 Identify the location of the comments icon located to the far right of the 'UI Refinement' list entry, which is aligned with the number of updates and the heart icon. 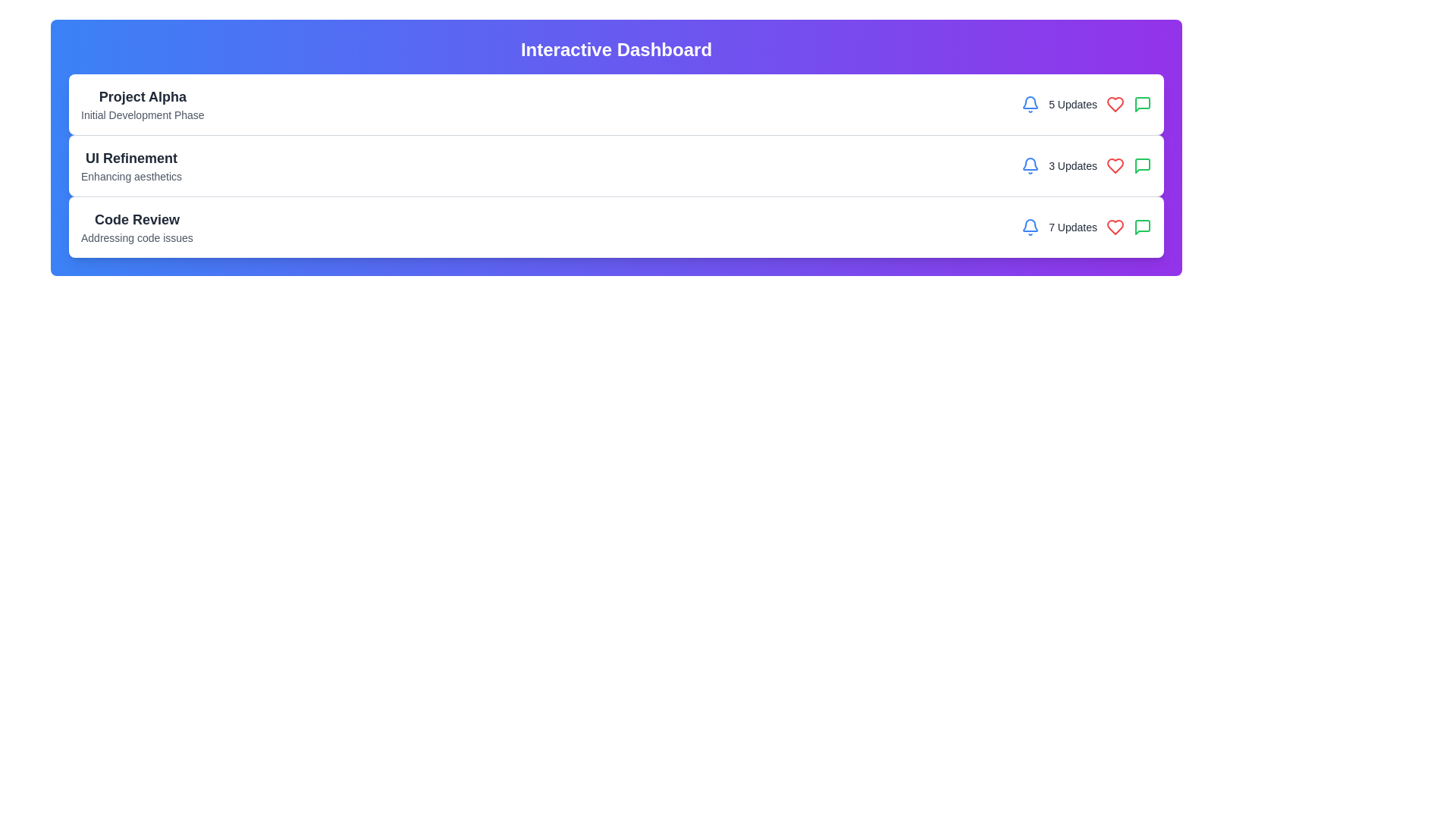
(1143, 227).